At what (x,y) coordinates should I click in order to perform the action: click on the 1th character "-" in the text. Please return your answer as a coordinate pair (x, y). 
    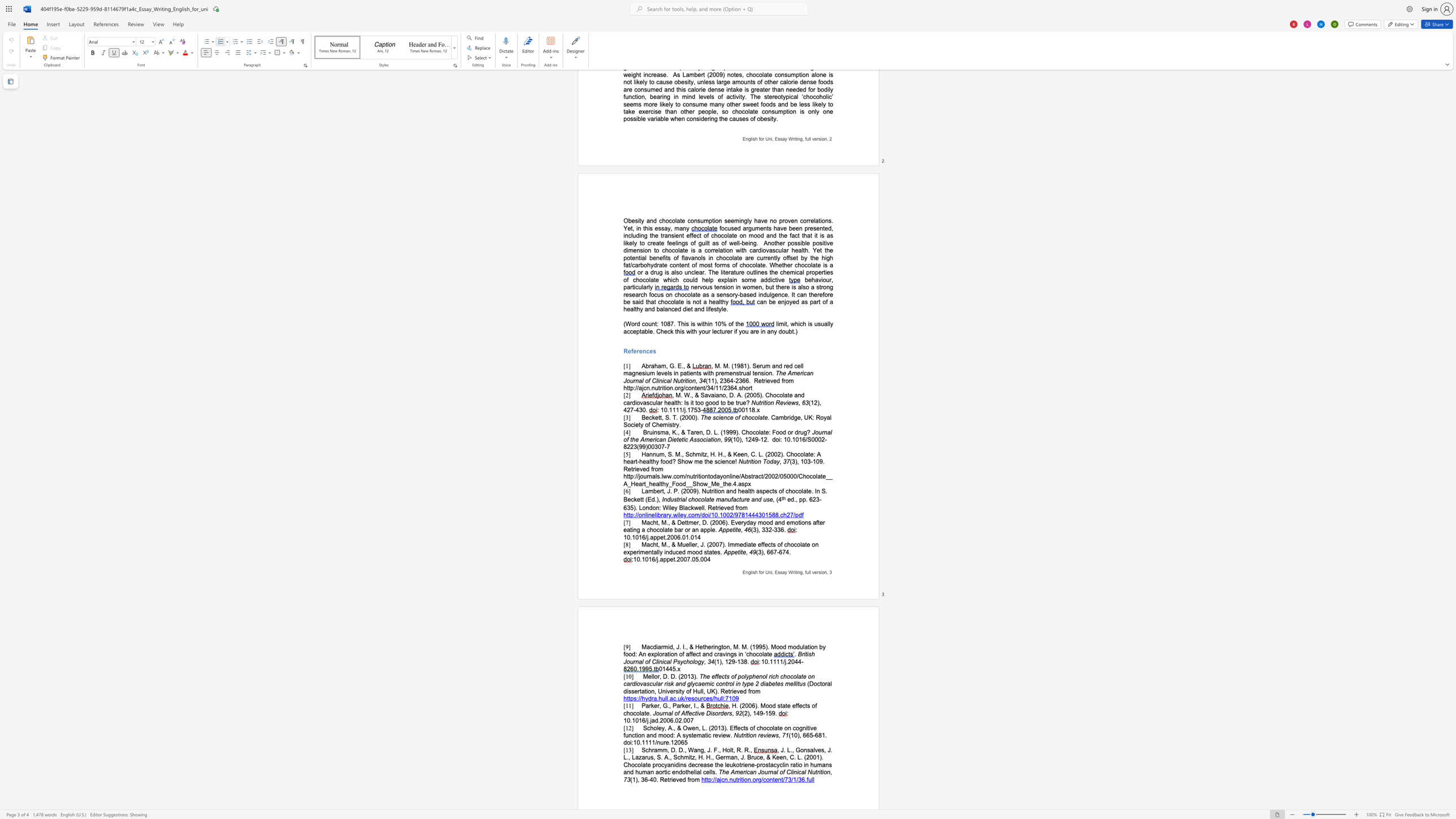
    Looking at the image, I should click on (772, 530).